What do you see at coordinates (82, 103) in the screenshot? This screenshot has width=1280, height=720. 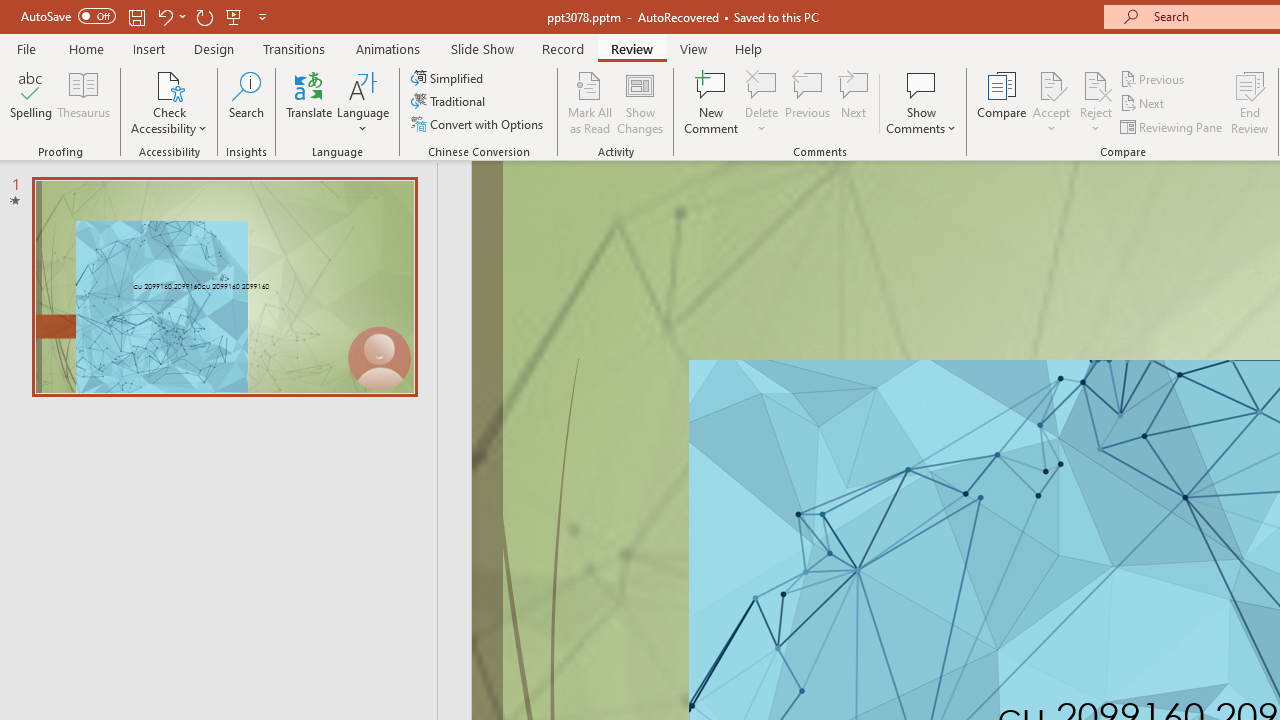 I see `'Thesaurus...'` at bounding box center [82, 103].